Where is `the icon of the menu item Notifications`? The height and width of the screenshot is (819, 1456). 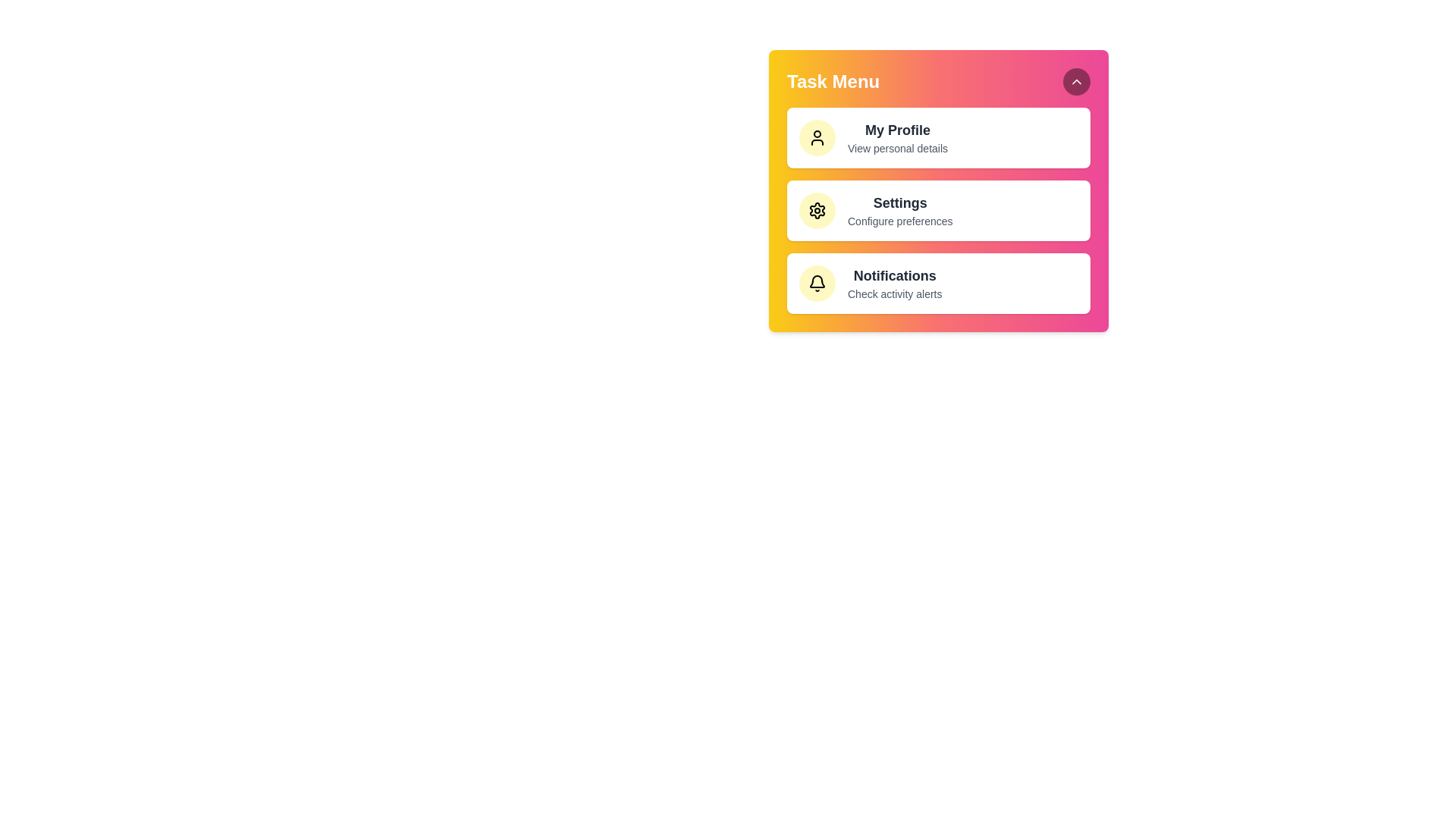 the icon of the menu item Notifications is located at coordinates (817, 284).